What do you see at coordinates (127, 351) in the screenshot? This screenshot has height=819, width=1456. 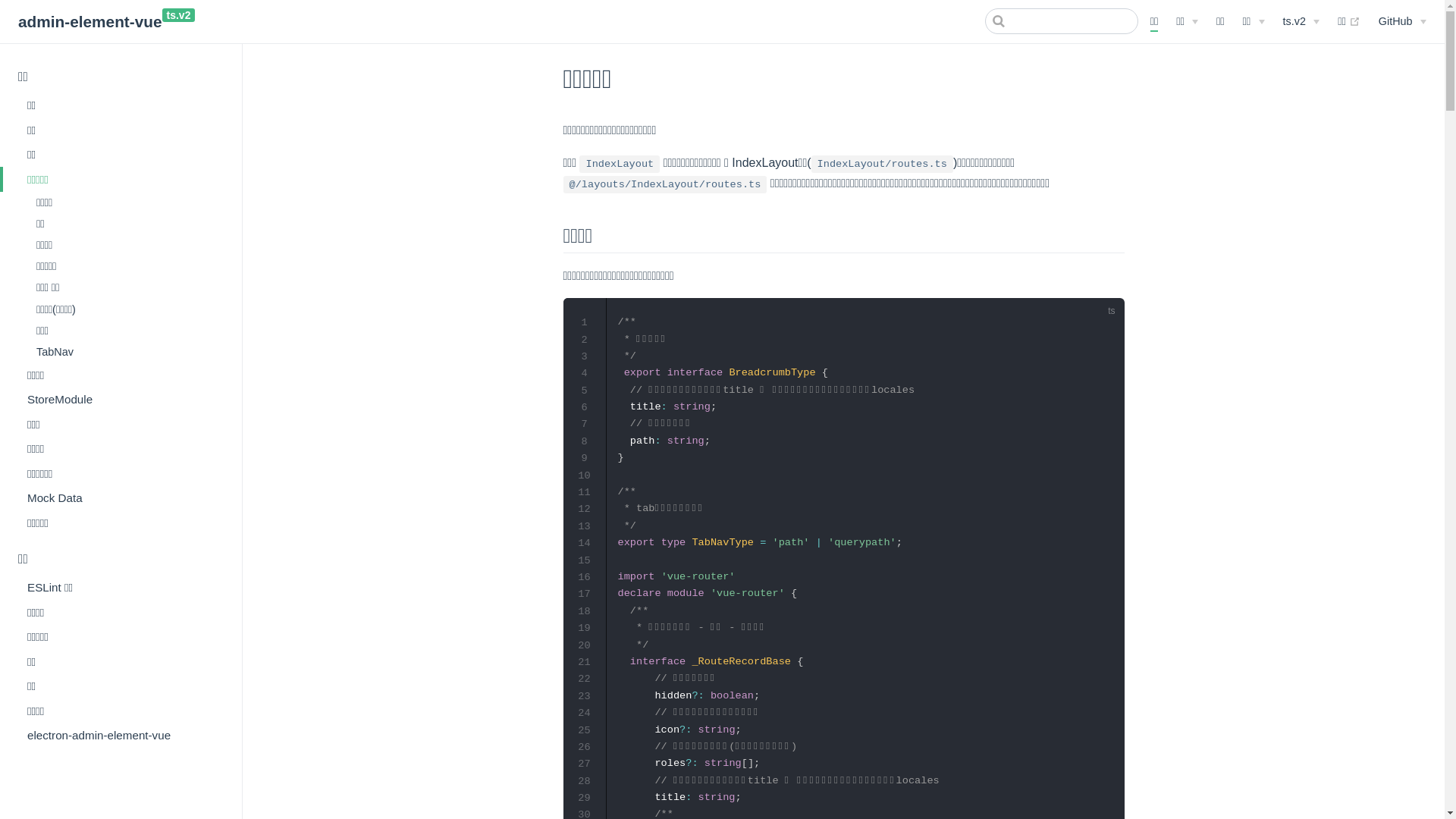 I see `'TabNav'` at bounding box center [127, 351].